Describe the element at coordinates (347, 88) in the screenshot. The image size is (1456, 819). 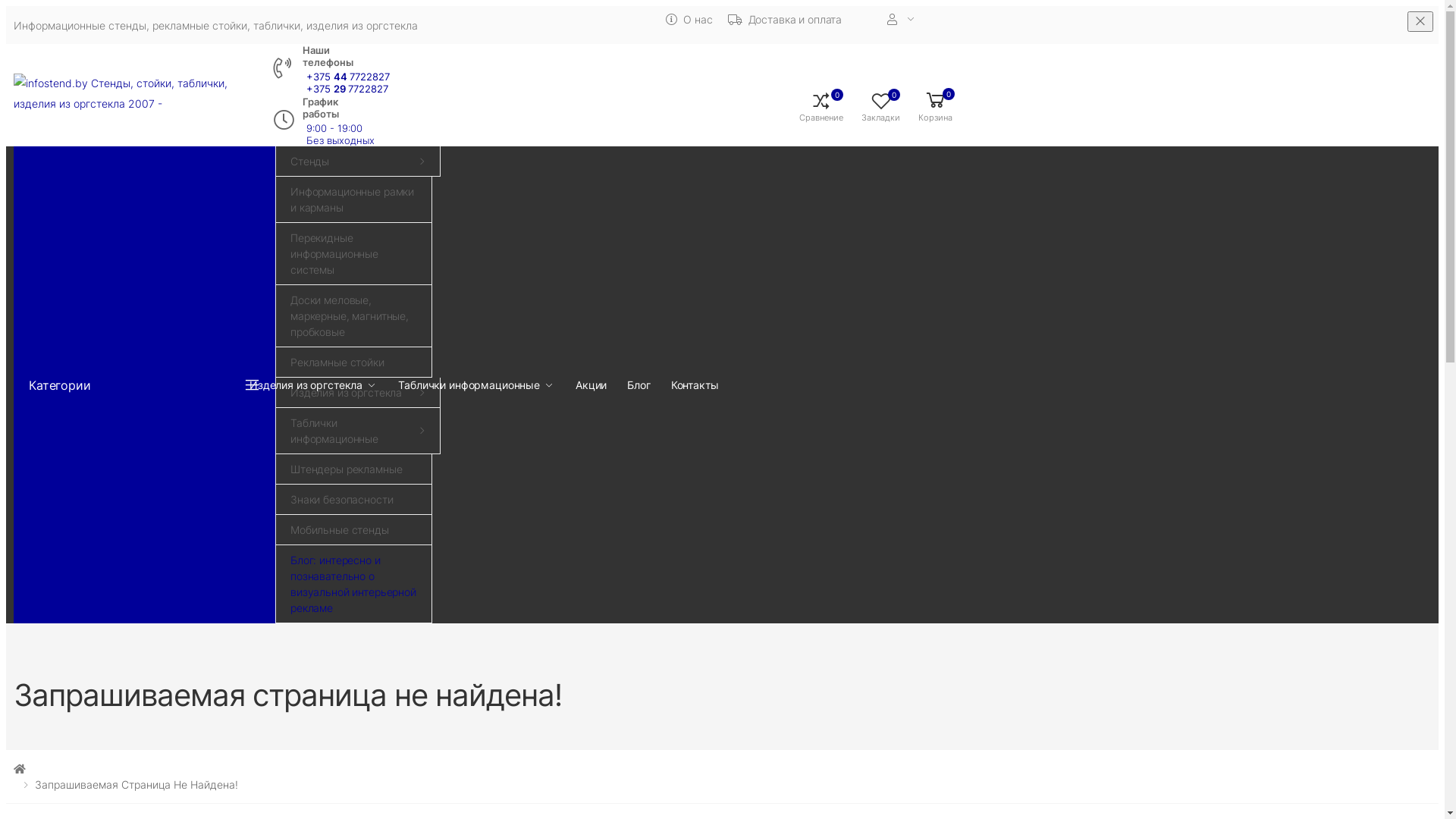
I see `'+375 29 7722827'` at that location.